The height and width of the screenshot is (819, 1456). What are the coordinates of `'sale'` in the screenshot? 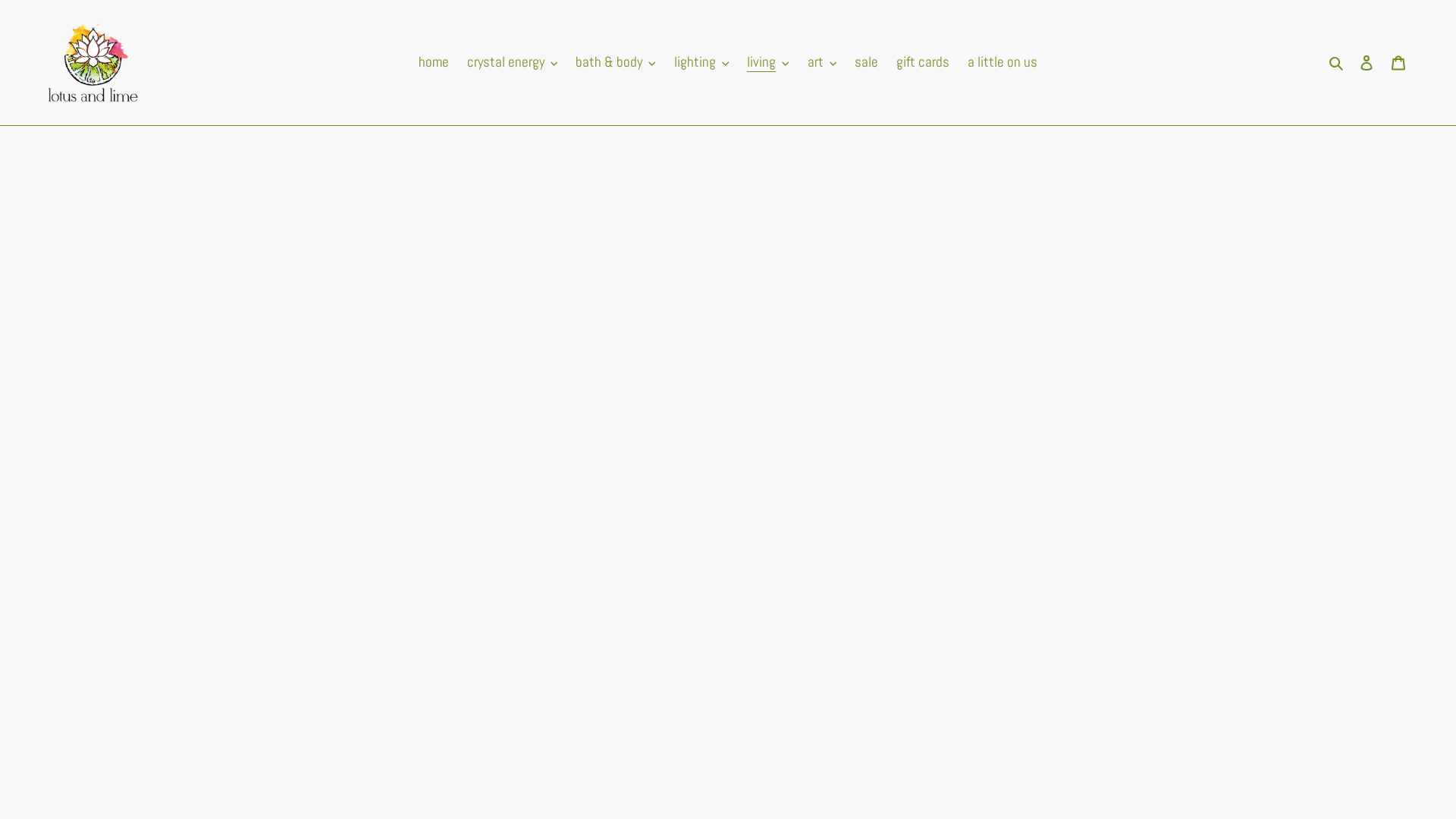 It's located at (846, 61).